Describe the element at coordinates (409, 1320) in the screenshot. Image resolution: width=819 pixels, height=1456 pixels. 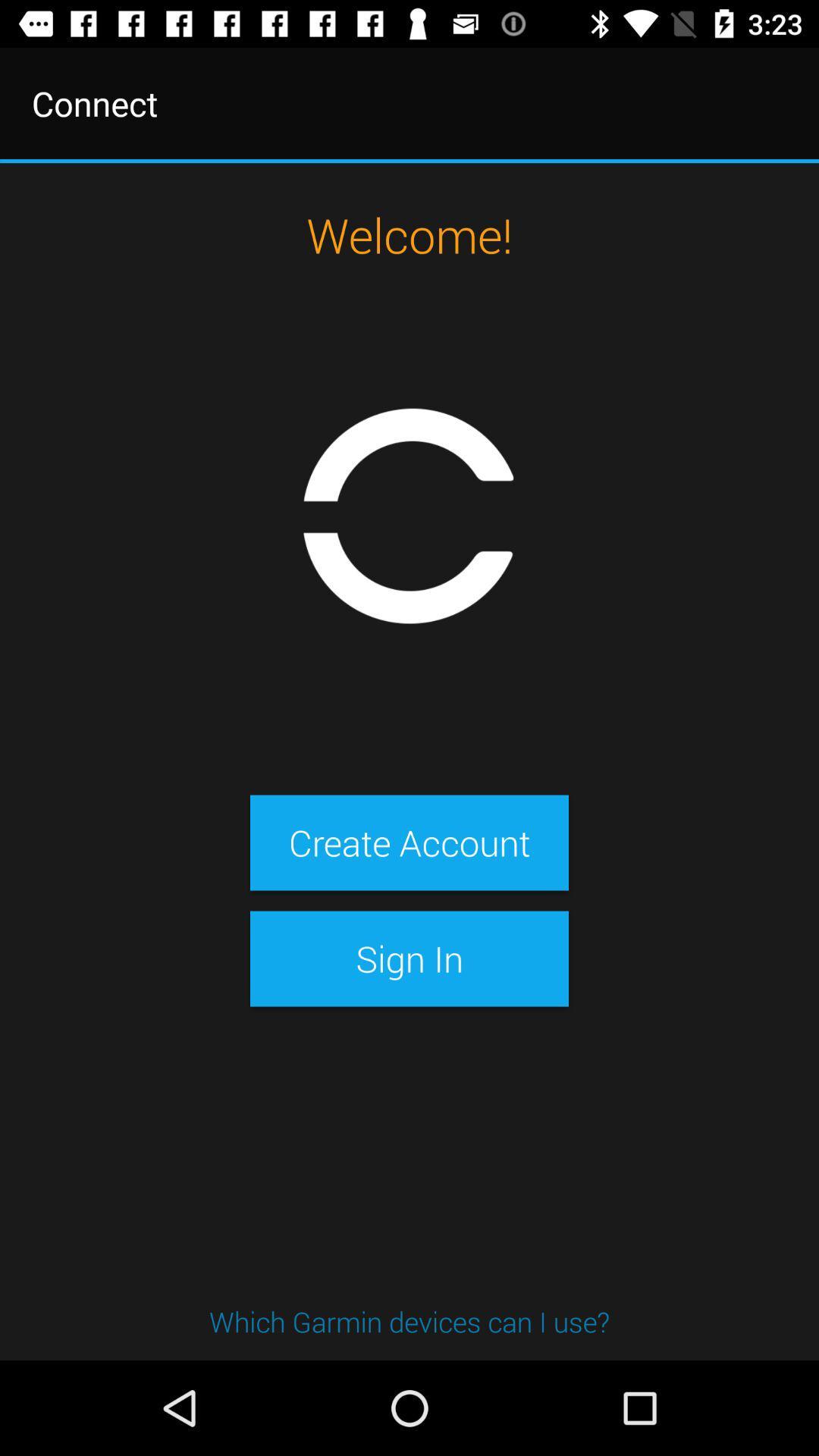
I see `icon below sign in item` at that location.